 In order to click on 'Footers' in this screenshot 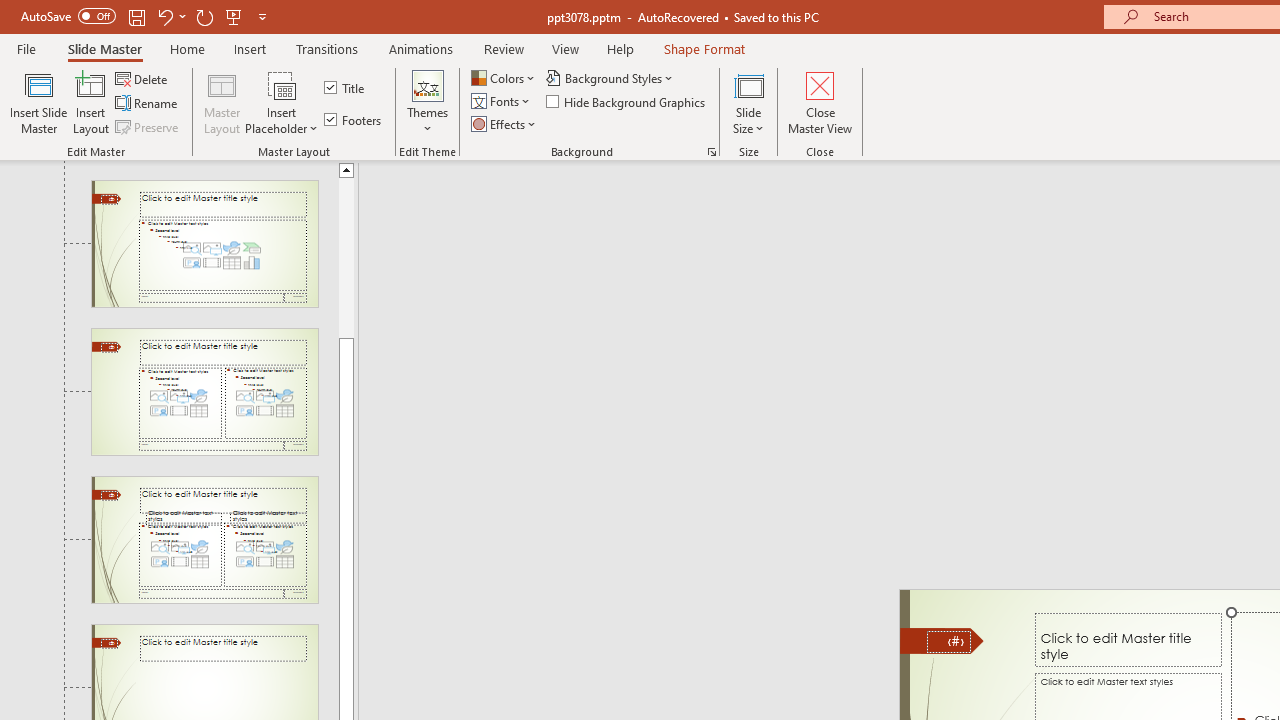, I will do `click(354, 119)`.